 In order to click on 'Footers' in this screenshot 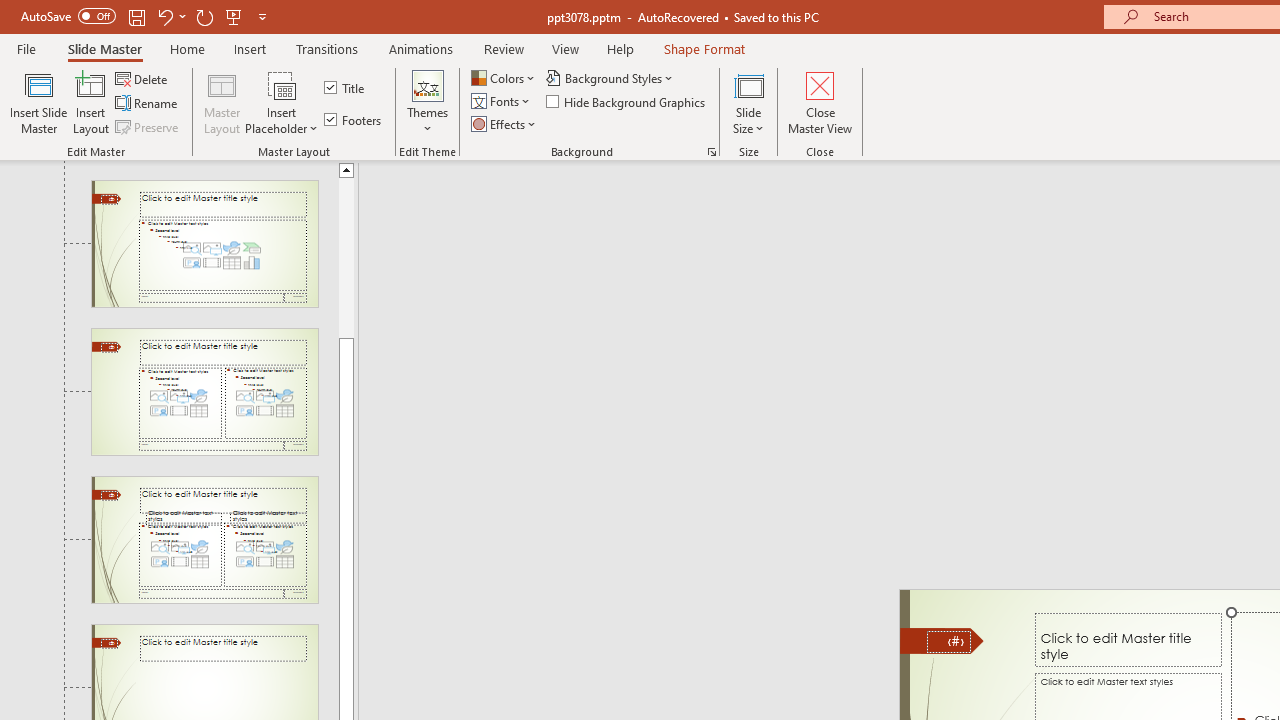, I will do `click(354, 119)`.